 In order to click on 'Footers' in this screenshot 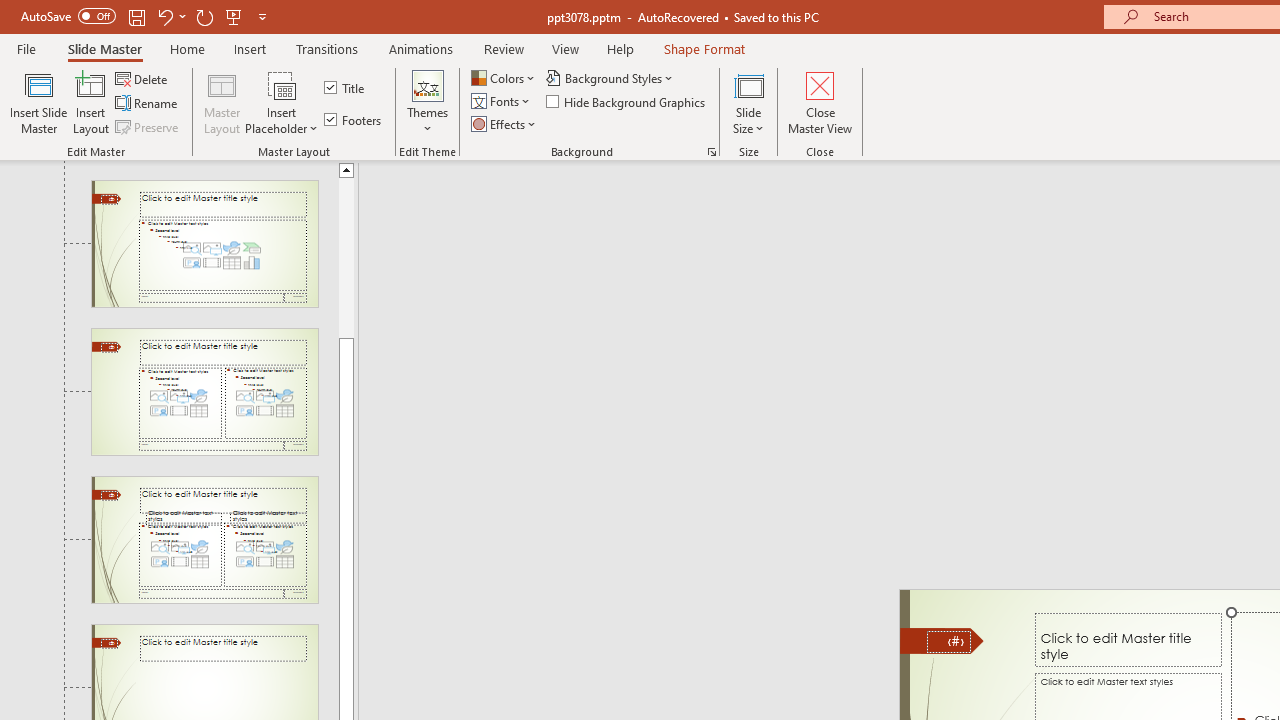, I will do `click(354, 119)`.